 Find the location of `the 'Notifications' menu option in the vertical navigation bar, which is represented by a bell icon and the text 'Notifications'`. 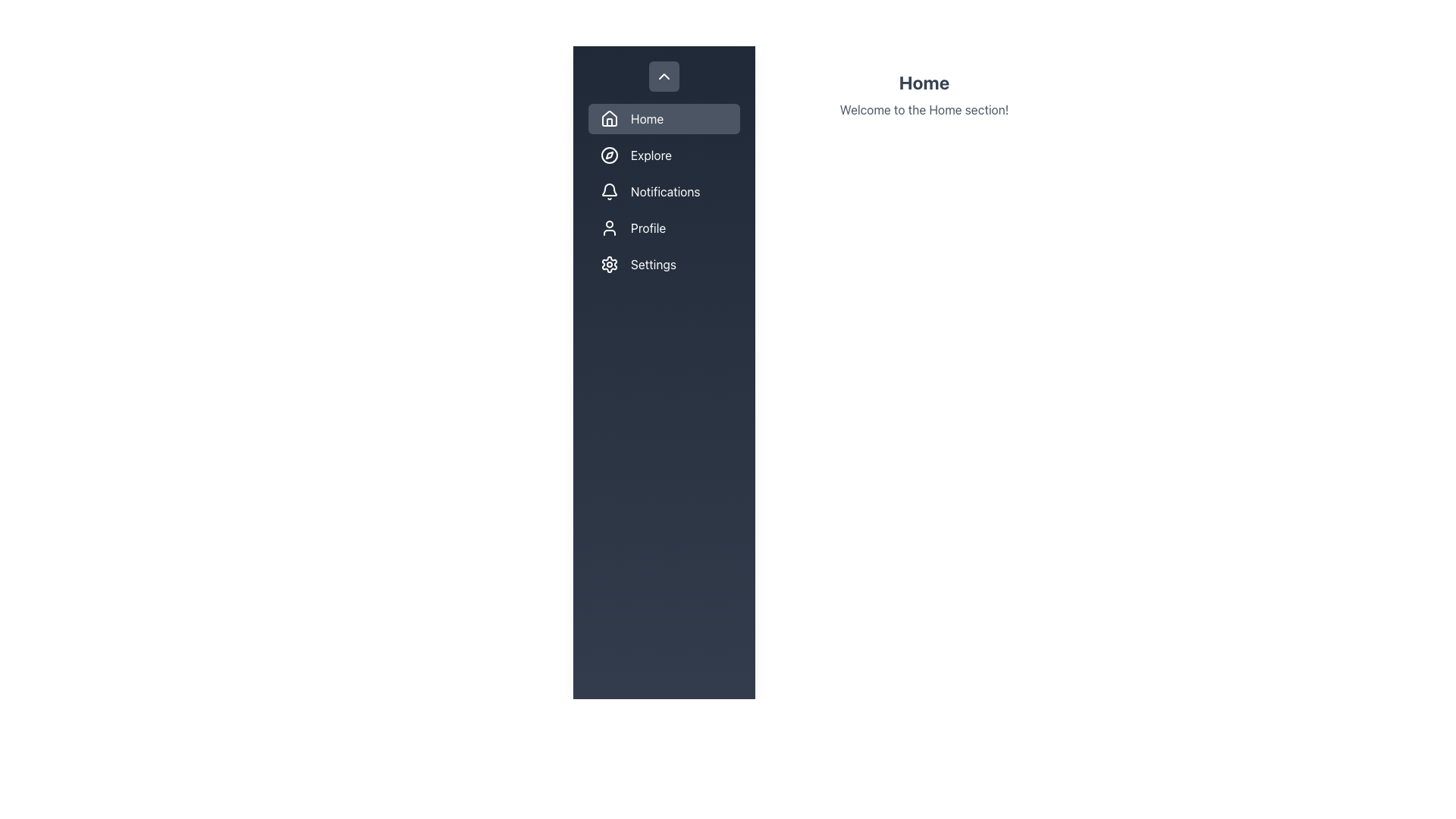

the 'Notifications' menu option in the vertical navigation bar, which is represented by a bell icon and the text 'Notifications' is located at coordinates (664, 191).